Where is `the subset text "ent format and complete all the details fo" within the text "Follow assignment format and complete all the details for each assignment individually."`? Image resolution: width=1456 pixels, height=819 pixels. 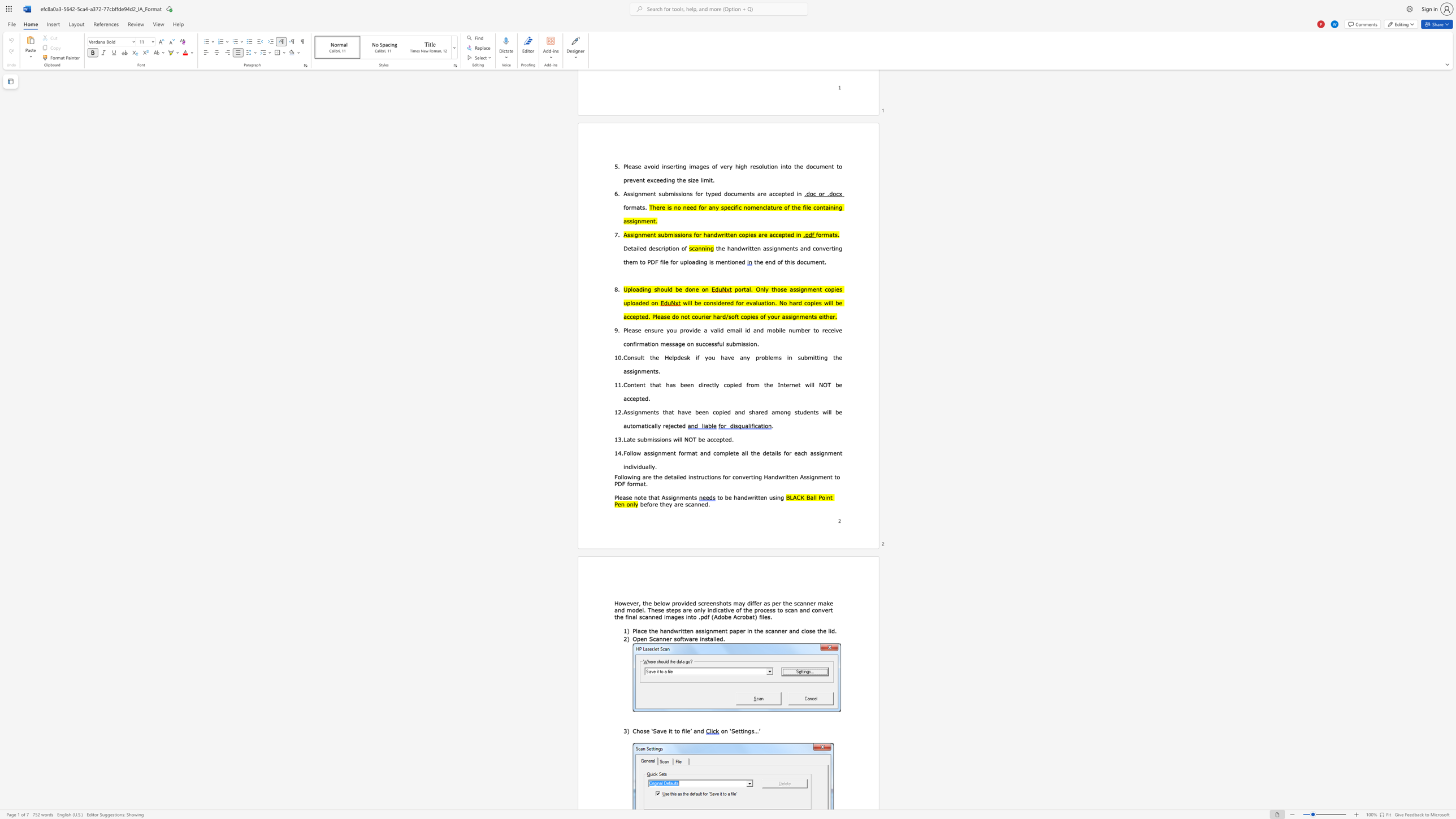
the subset text "ent format and complete all the details fo" within the text "Follow assignment format and complete all the details for each assignment individually." is located at coordinates (666, 453).